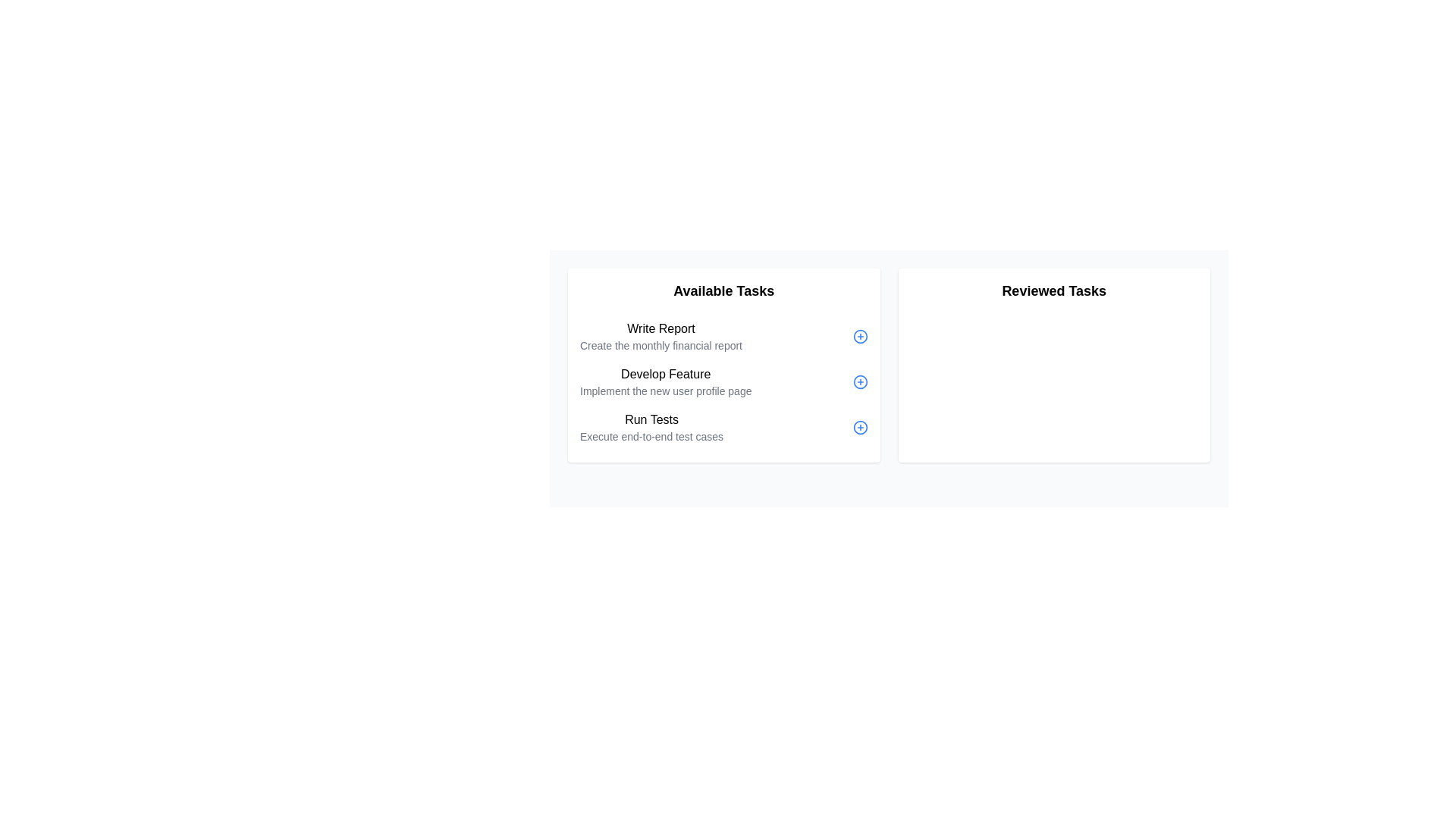 The width and height of the screenshot is (1456, 819). What do you see at coordinates (1053, 291) in the screenshot?
I see `the static text header that reads 'Reviewed Tasks', which is bold, large-sized, and centrally aligned at the top of the right-hand section of the interface` at bounding box center [1053, 291].